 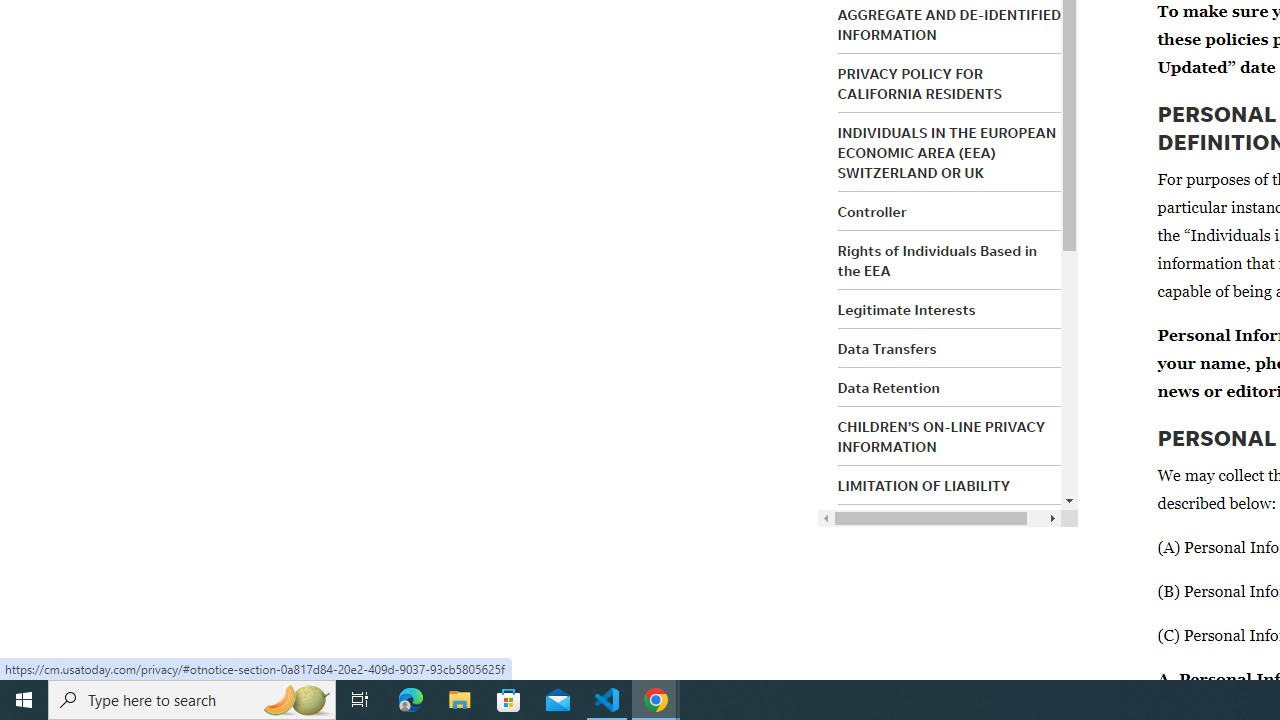 What do you see at coordinates (918, 82) in the screenshot?
I see `'PRIVACY POLICY FOR CALIFORNIA RESIDENTS'` at bounding box center [918, 82].